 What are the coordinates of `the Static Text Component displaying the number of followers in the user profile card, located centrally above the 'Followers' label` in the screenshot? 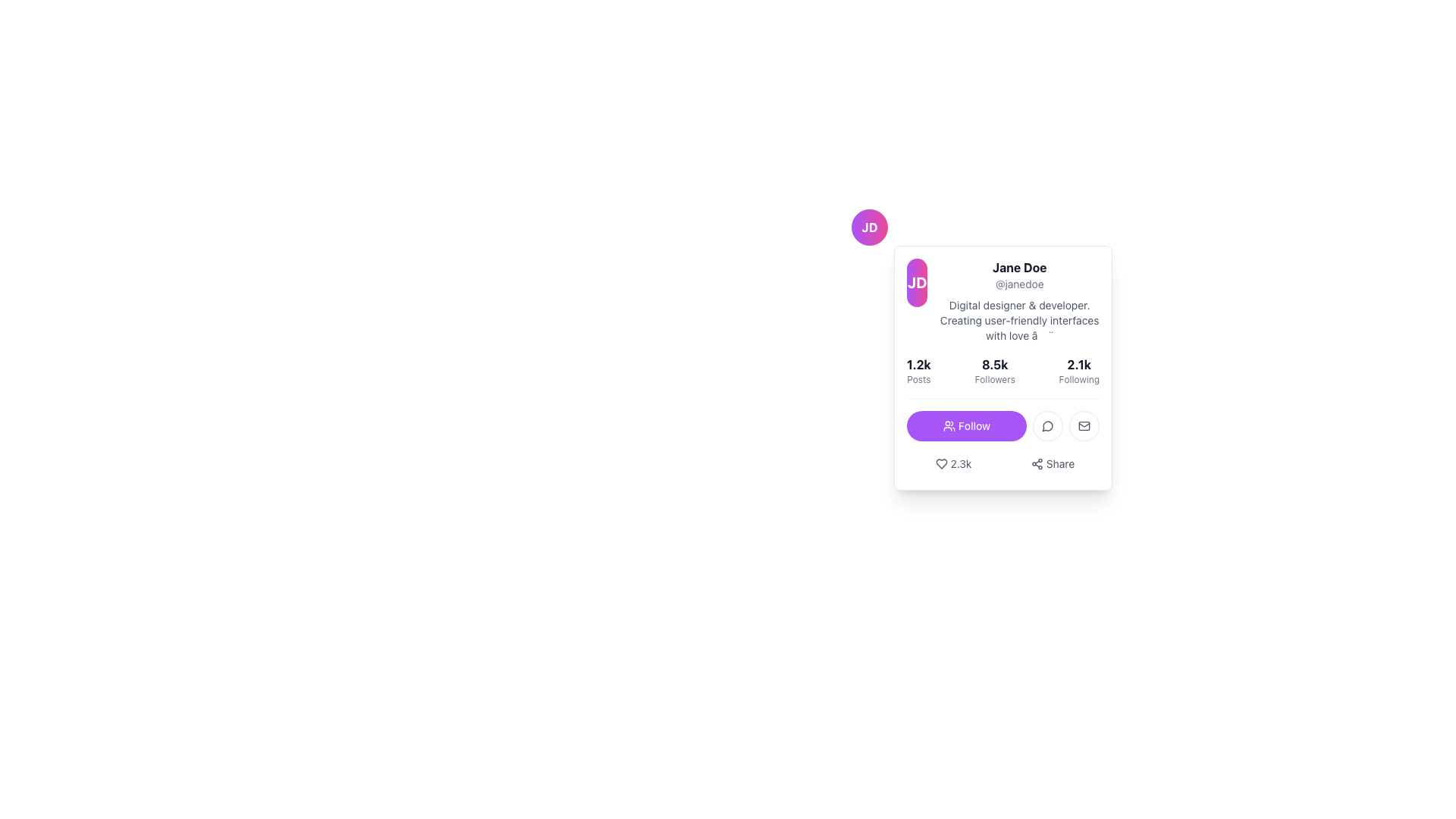 It's located at (995, 365).